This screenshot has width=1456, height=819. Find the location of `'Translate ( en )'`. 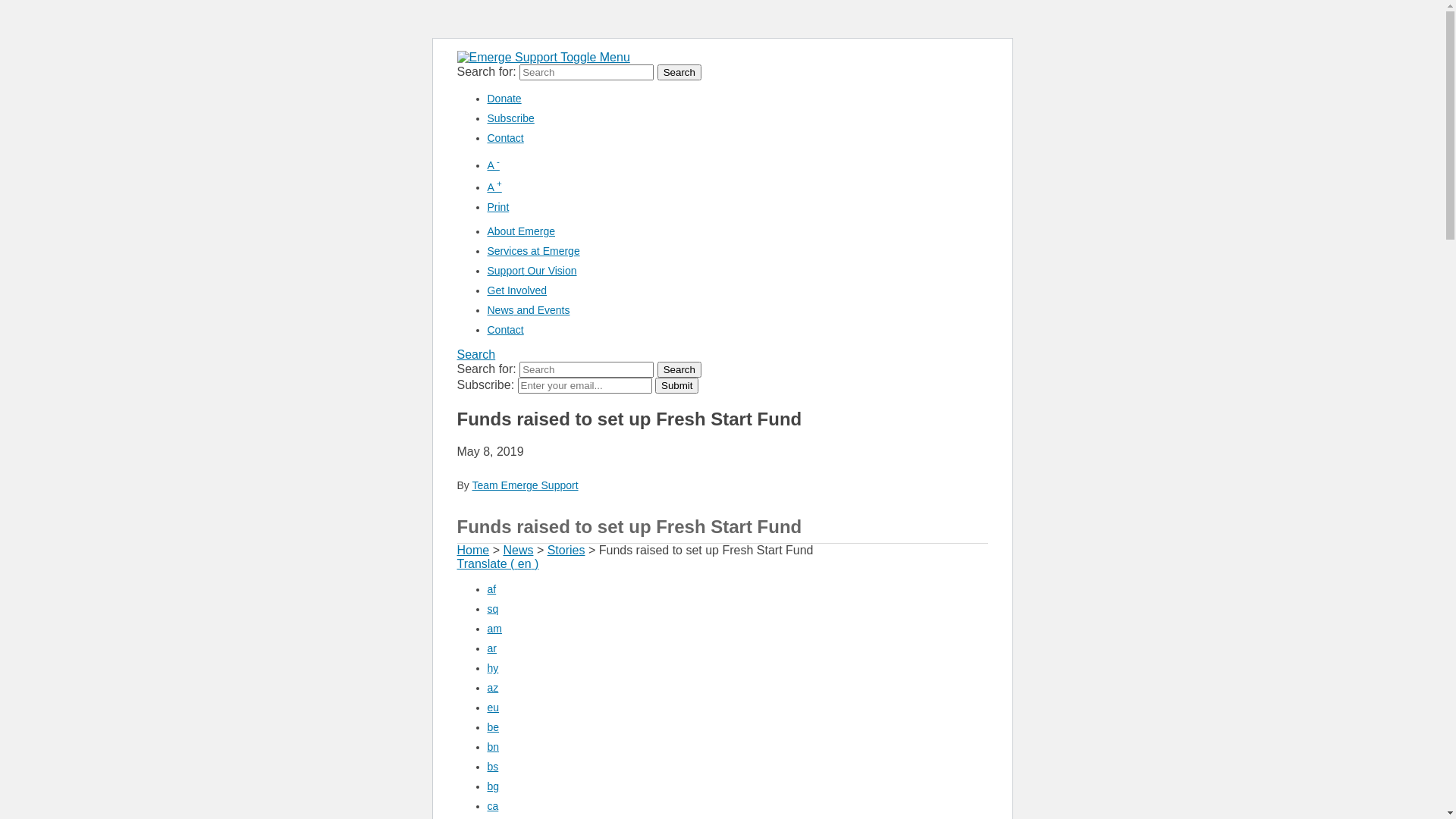

'Translate ( en )' is located at coordinates (497, 563).